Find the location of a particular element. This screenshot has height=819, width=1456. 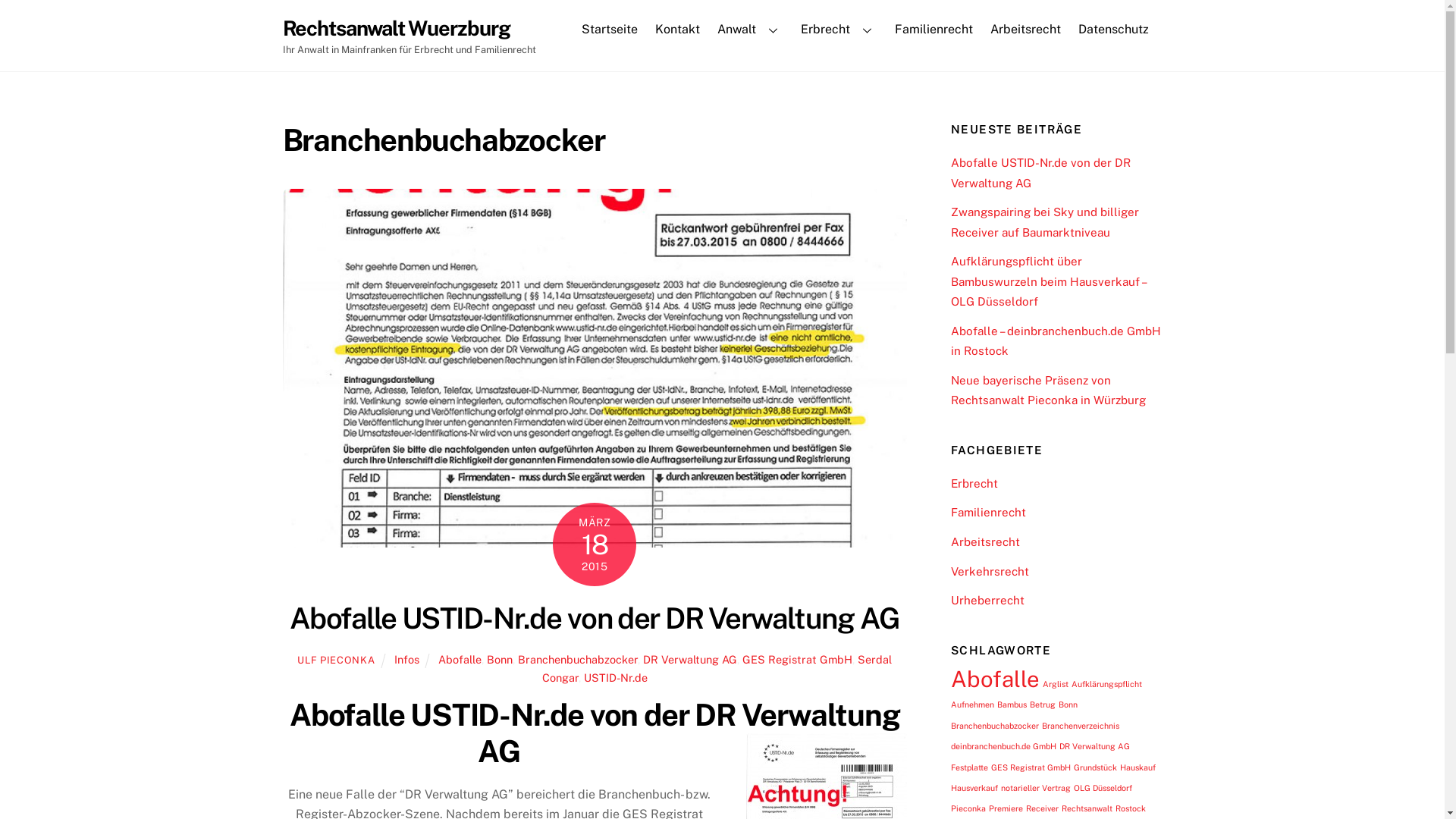

'Branchenbuchabzocker' is located at coordinates (994, 724).